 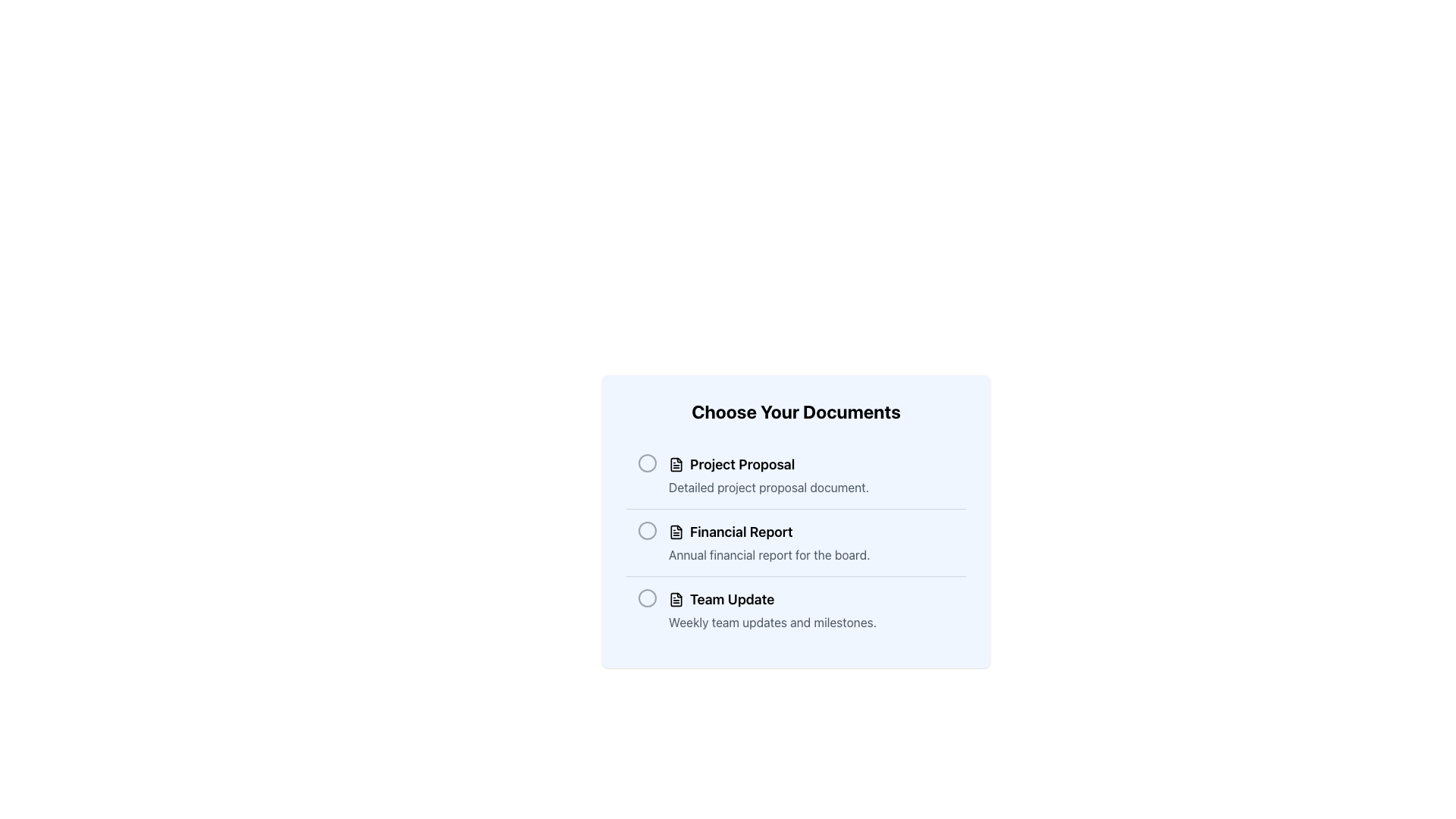 I want to click on the 'Financial Report' list item, which is the middle item in a vertical list of document options, so click(x=795, y=542).